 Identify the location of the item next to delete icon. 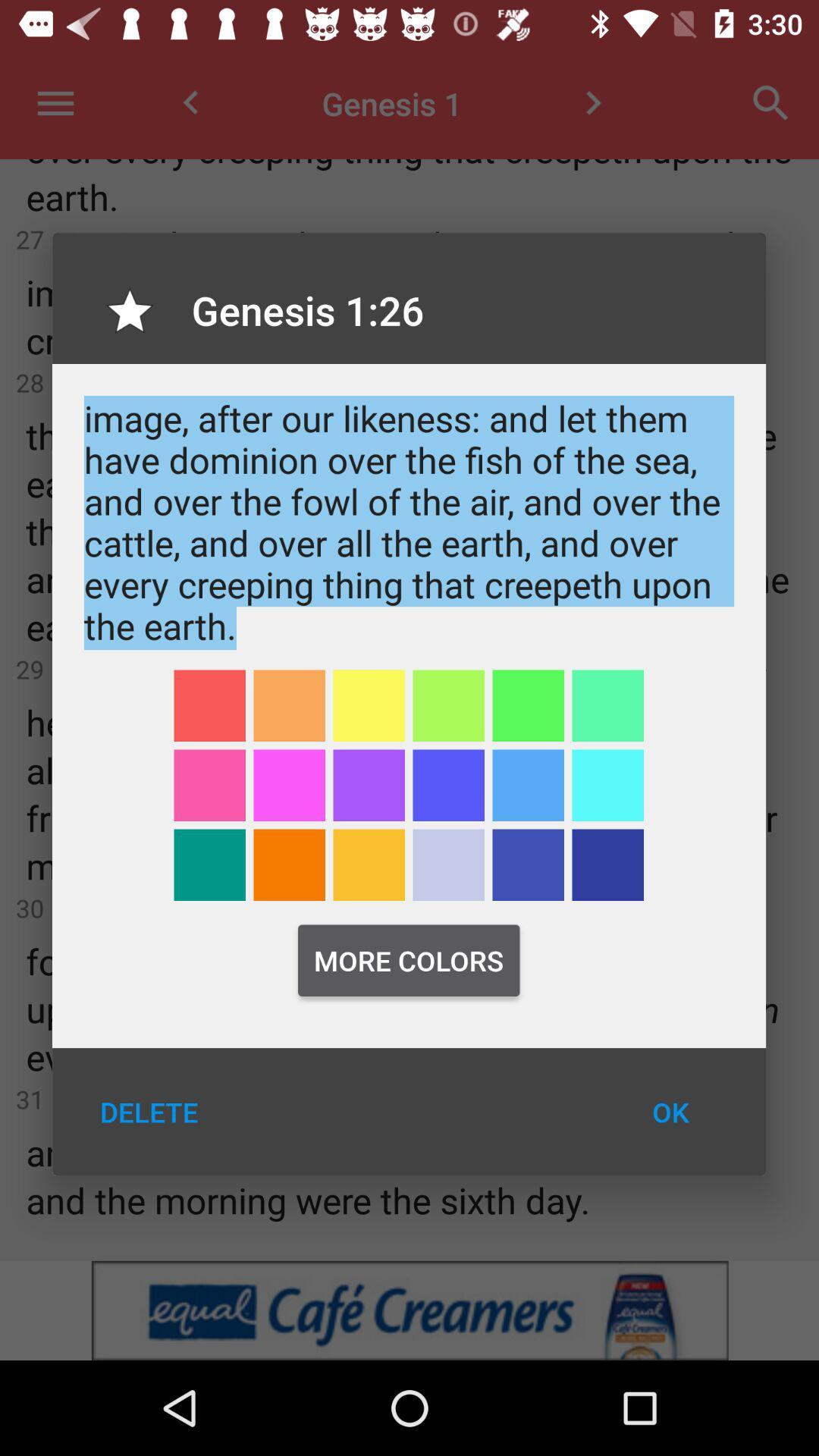
(670, 1112).